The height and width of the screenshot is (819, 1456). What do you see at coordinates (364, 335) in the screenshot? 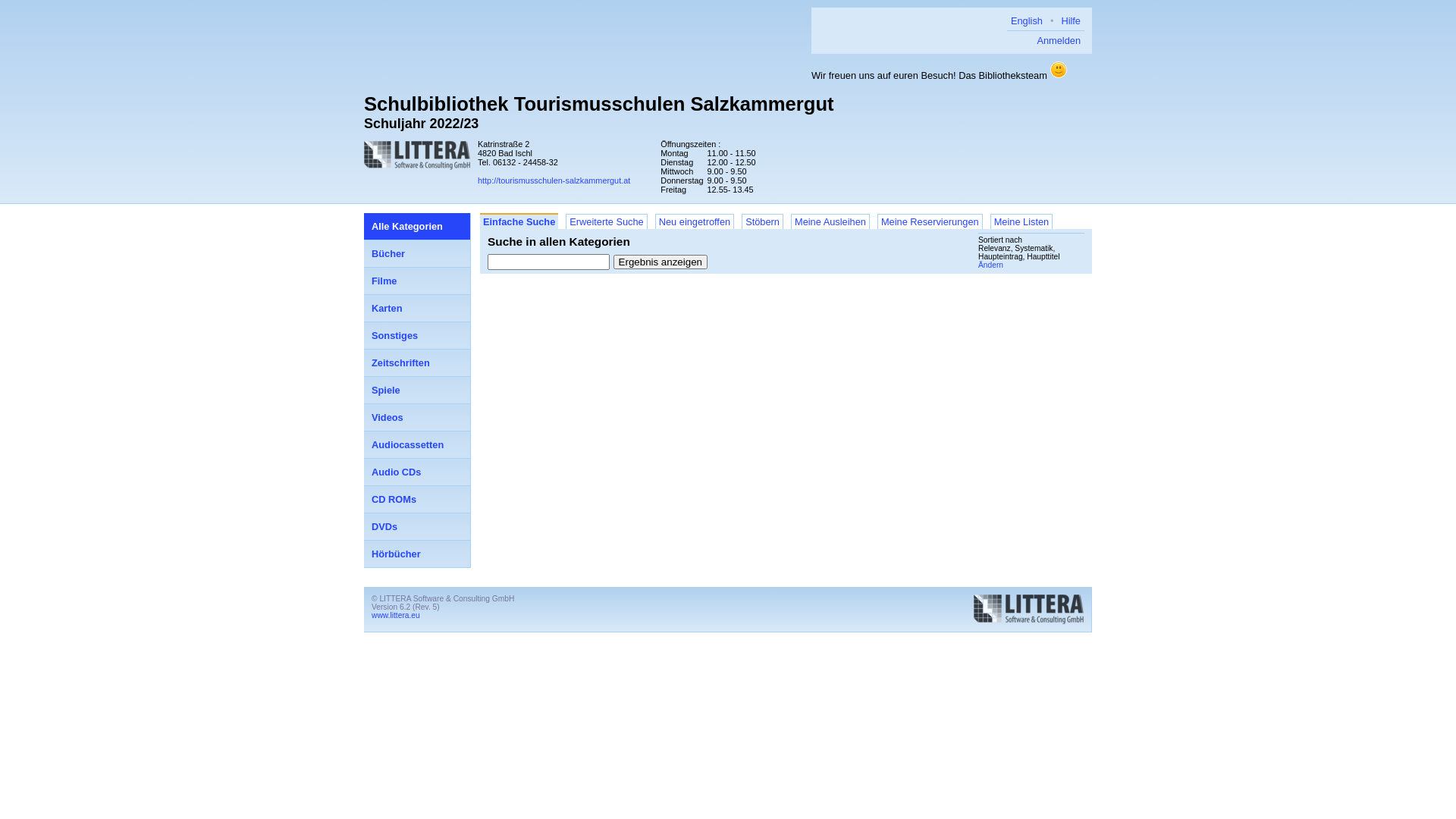
I see `'Sonstiges'` at bounding box center [364, 335].